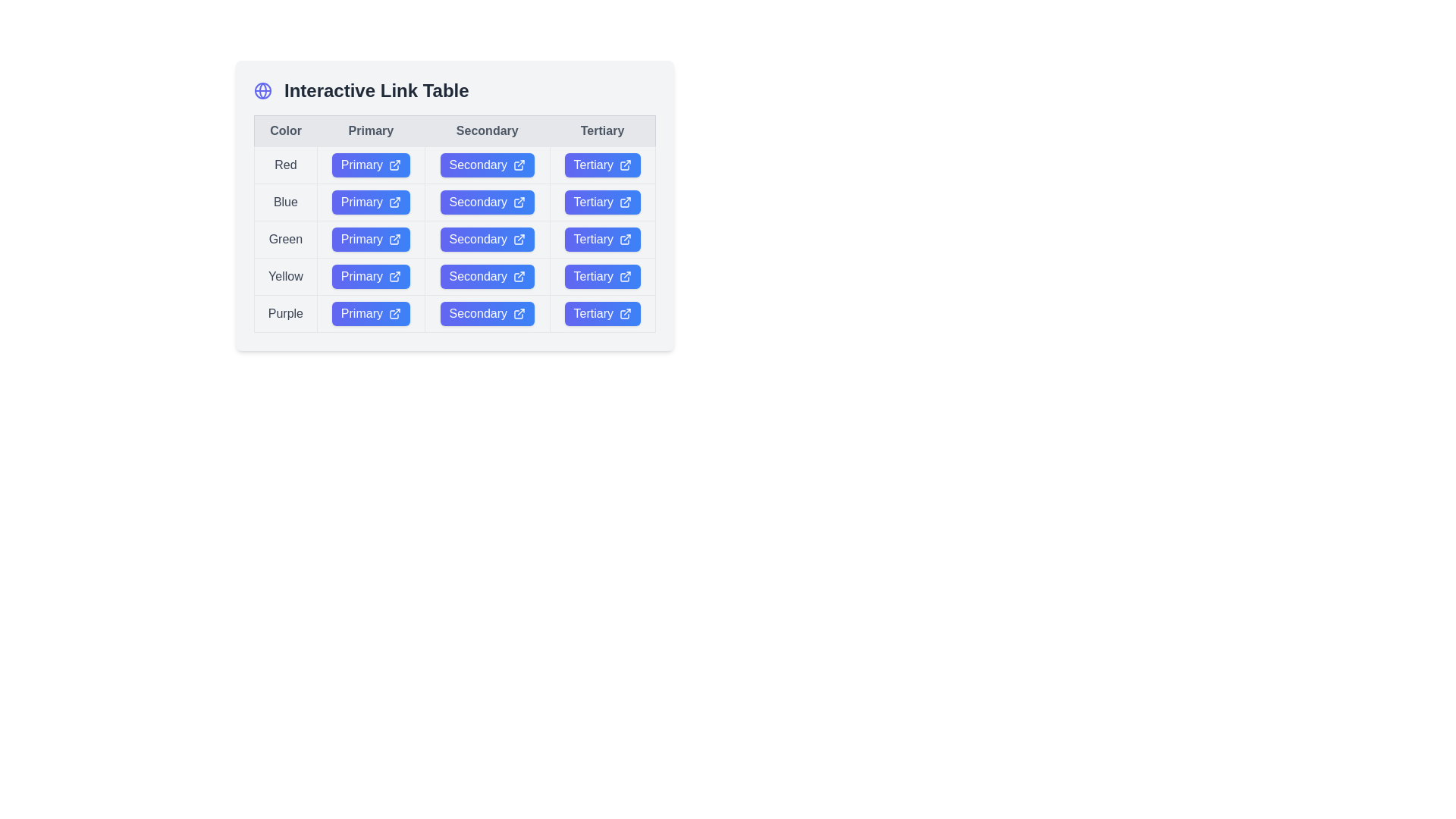 This screenshot has height=819, width=1456. Describe the element at coordinates (519, 314) in the screenshot. I see `the SVG Icon that resembles a box or window with an arrow, located in the last row labeled 'Purple' of the 'Interactive Link Table,' adjacent to the 'Secondary' button` at that location.